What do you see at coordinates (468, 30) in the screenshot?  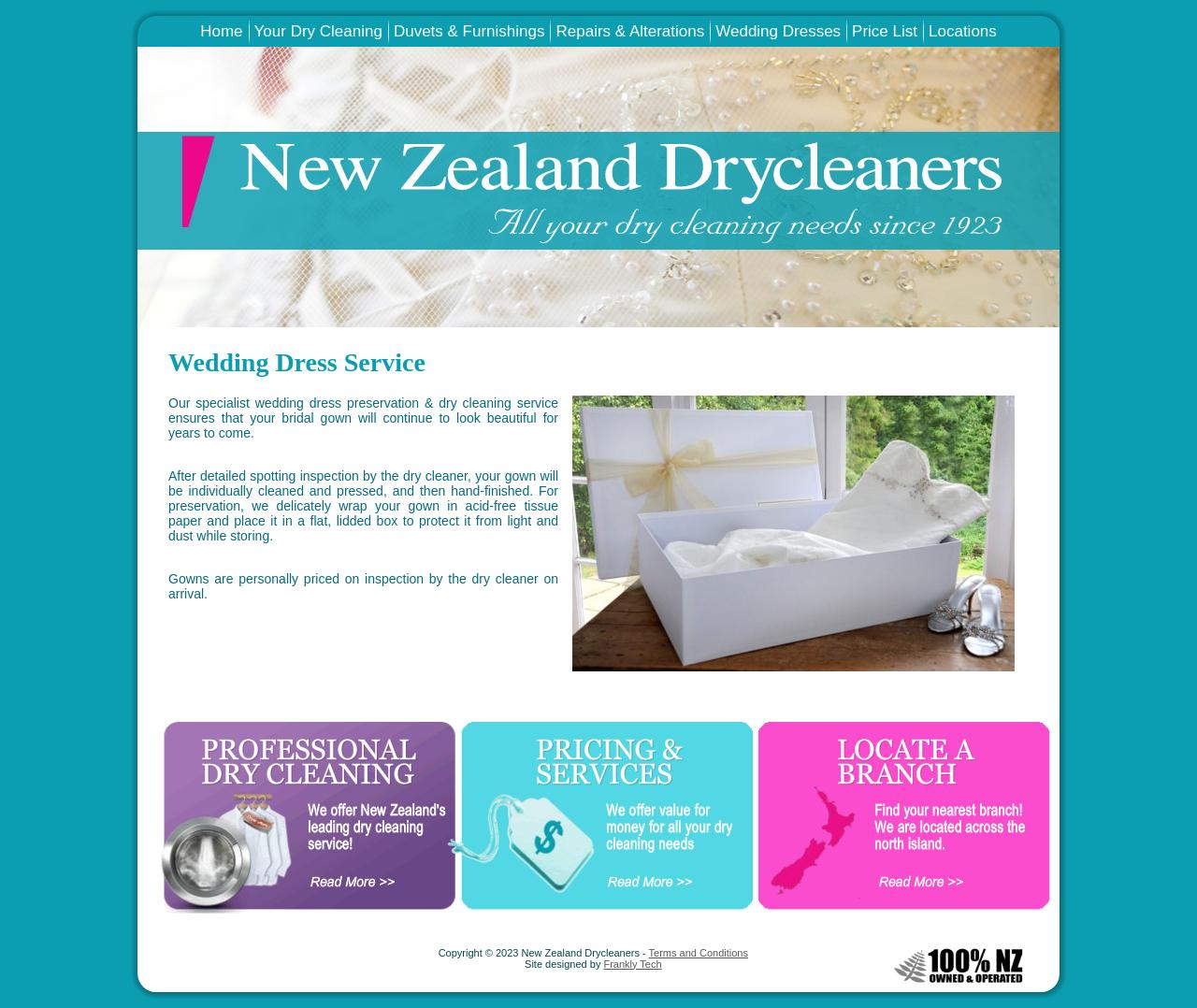 I see `'Duvets & Furnishings'` at bounding box center [468, 30].